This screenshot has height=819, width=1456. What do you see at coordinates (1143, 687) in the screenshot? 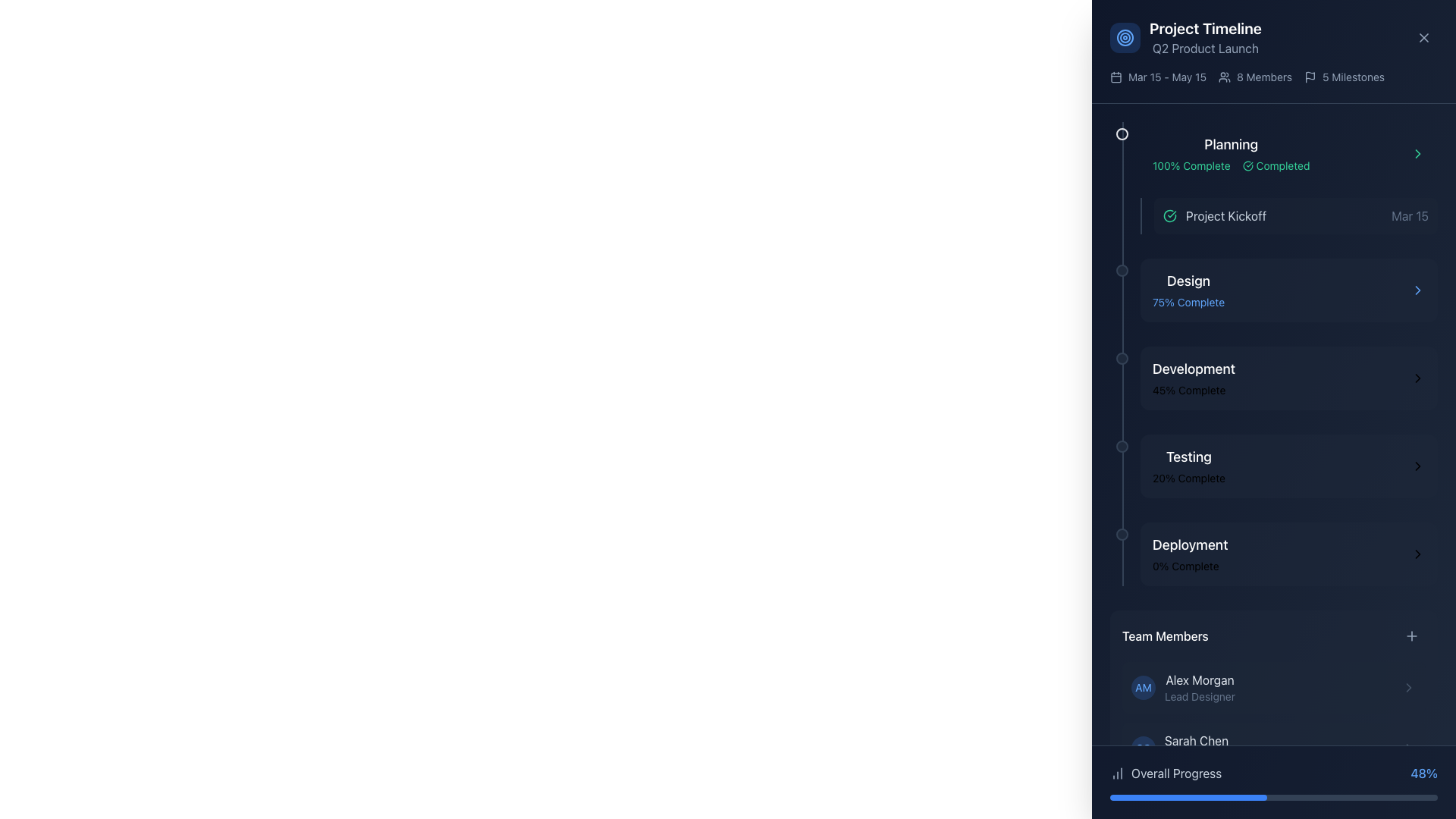
I see `the circular Avatar or Visual Identifier that displays the initials 'AM' in a semi-transparent blue background, located in the 'Team Members' list next to 'Alex Morgan'` at bounding box center [1143, 687].